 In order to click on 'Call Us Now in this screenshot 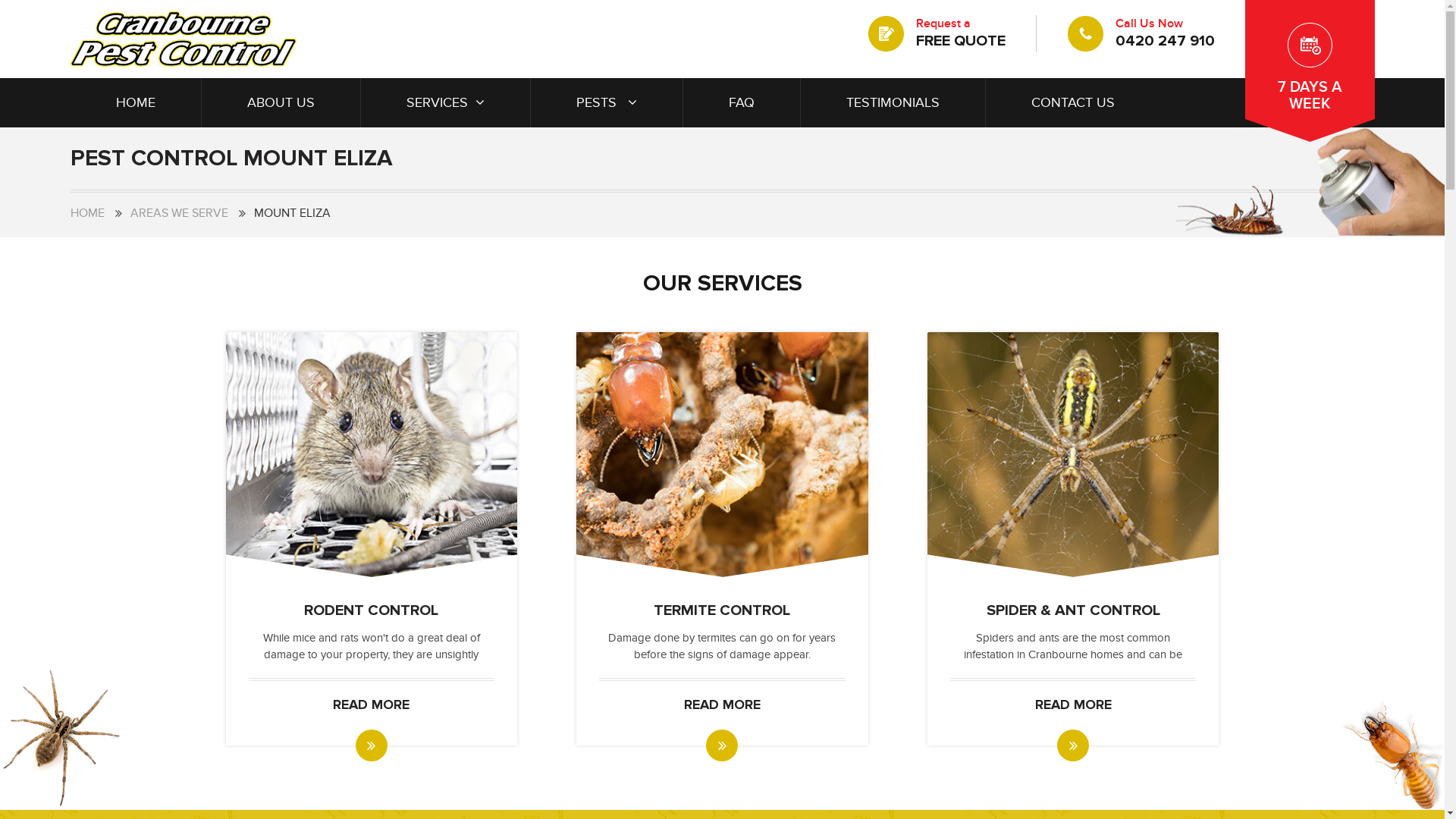, I will do `click(1140, 33)`.